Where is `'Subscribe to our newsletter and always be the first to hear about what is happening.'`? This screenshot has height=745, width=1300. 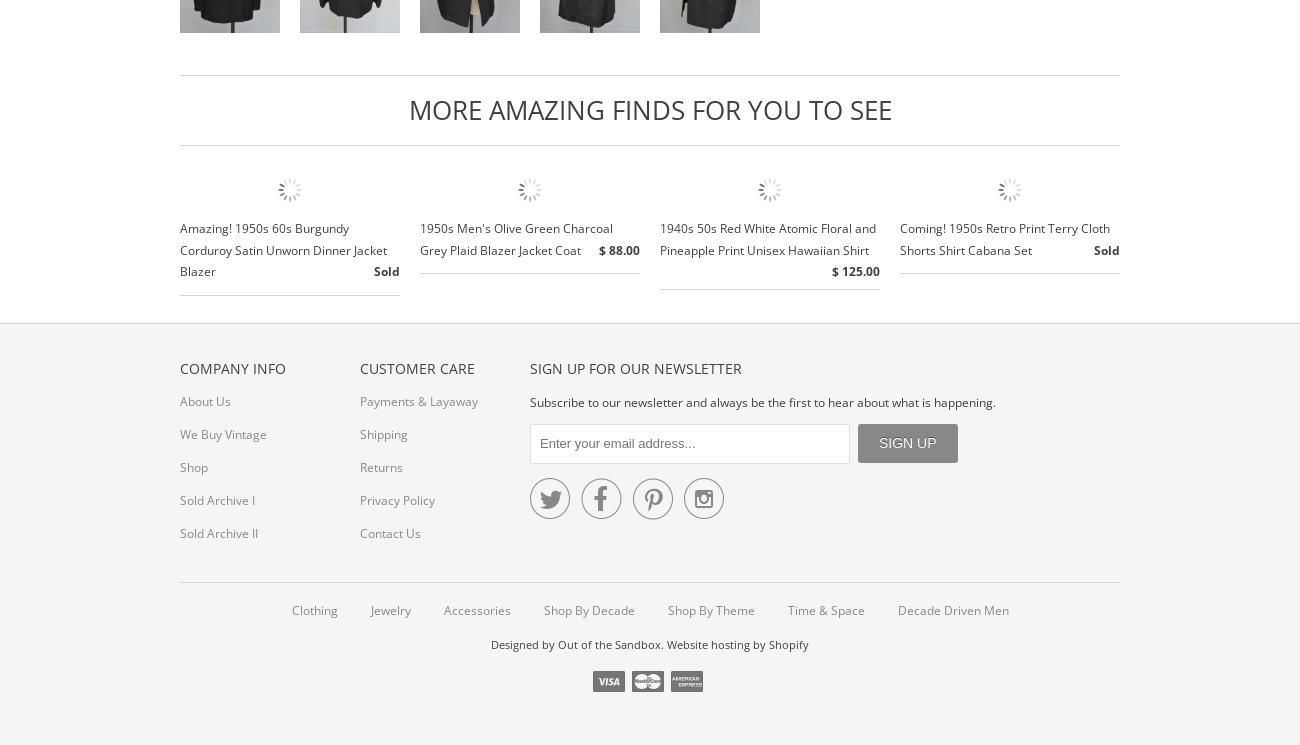
'Subscribe to our newsletter and always be the first to hear about what is happening.' is located at coordinates (761, 401).